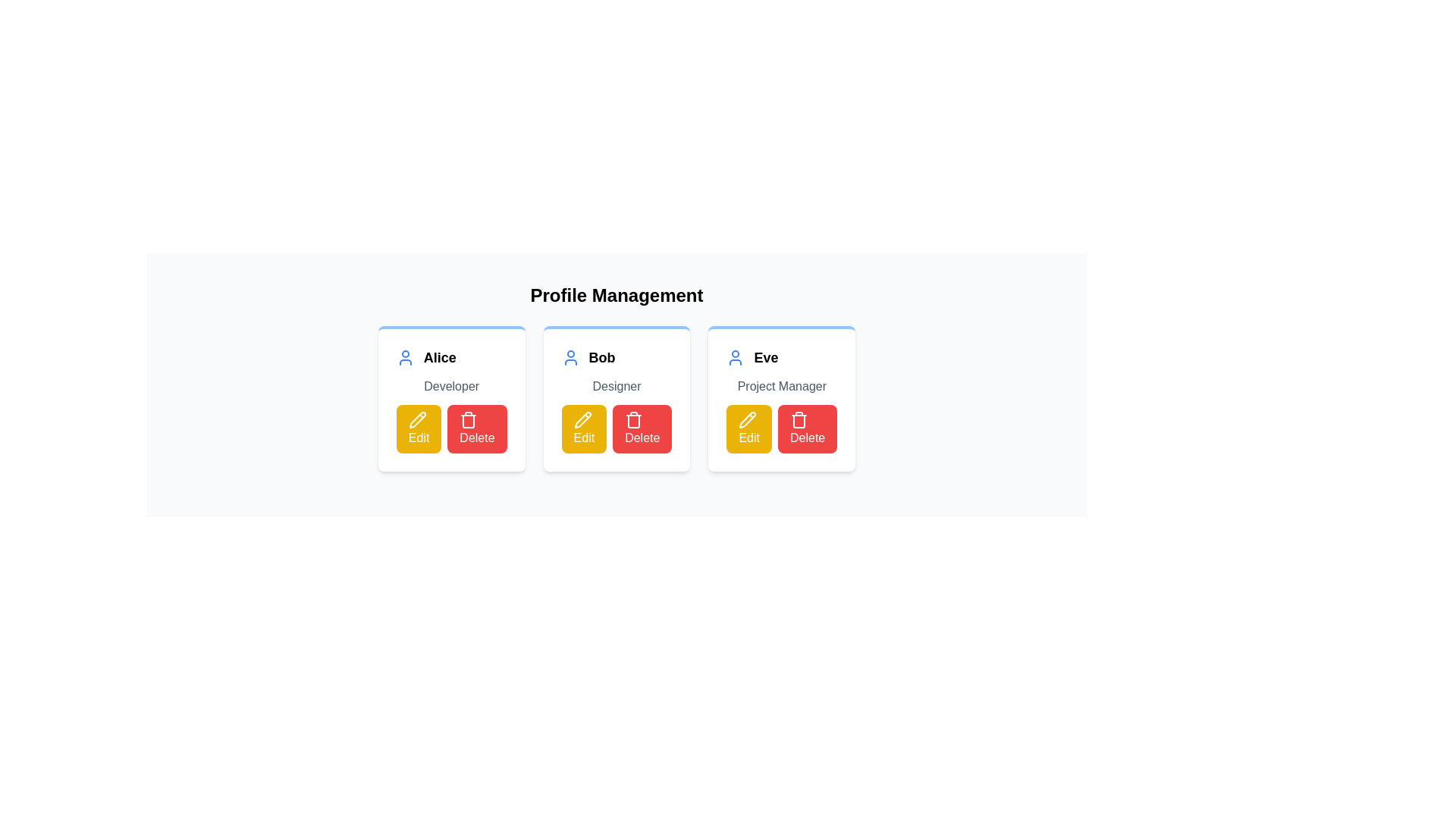 The height and width of the screenshot is (819, 1456). Describe the element at coordinates (748, 420) in the screenshot. I see `the icon button for editing 'Eve's' profile information located in the third profile card from the left, below the text fields and to the left of the red trash can icon` at that location.